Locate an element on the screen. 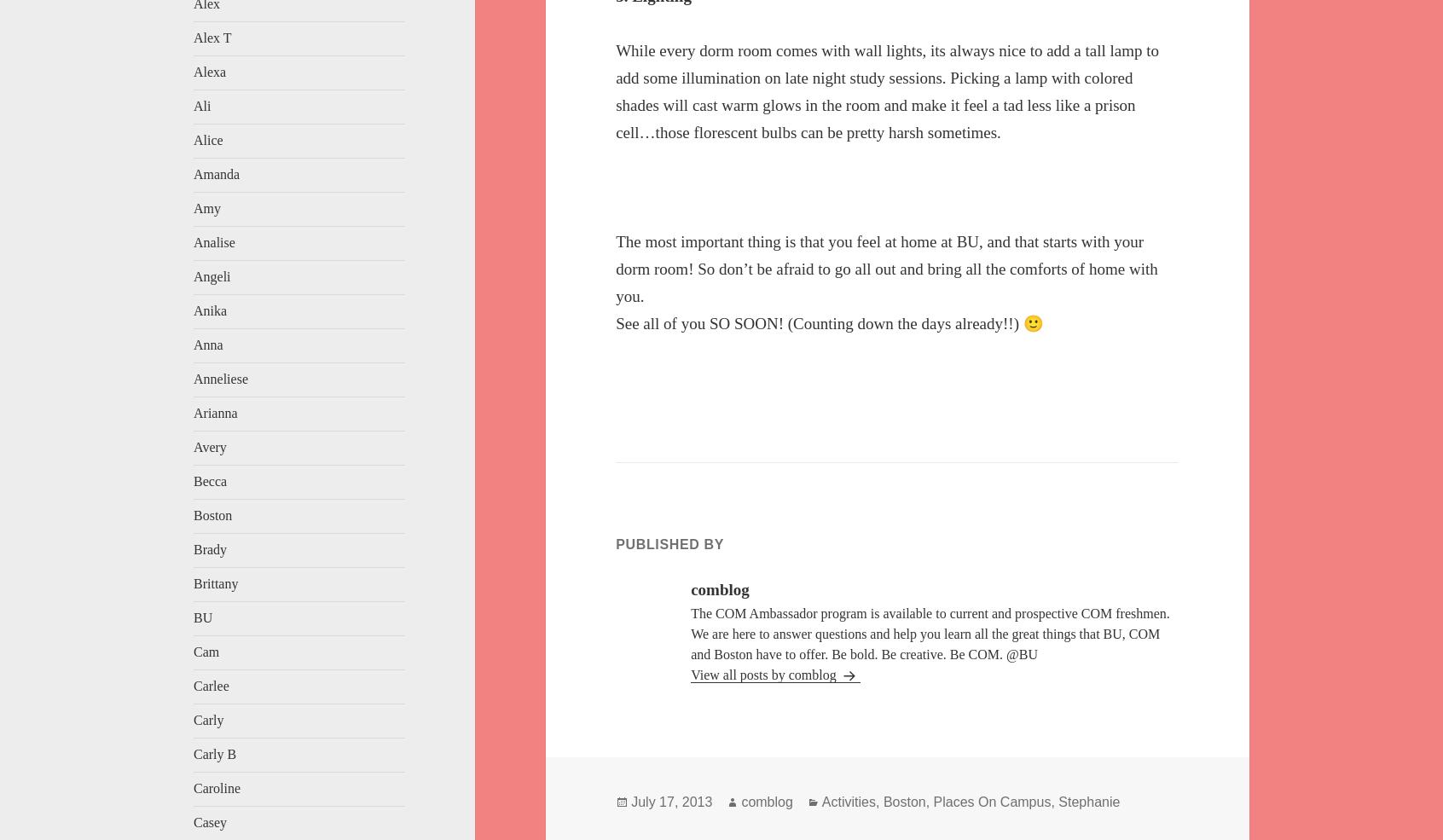  'Caroline' is located at coordinates (217, 788).